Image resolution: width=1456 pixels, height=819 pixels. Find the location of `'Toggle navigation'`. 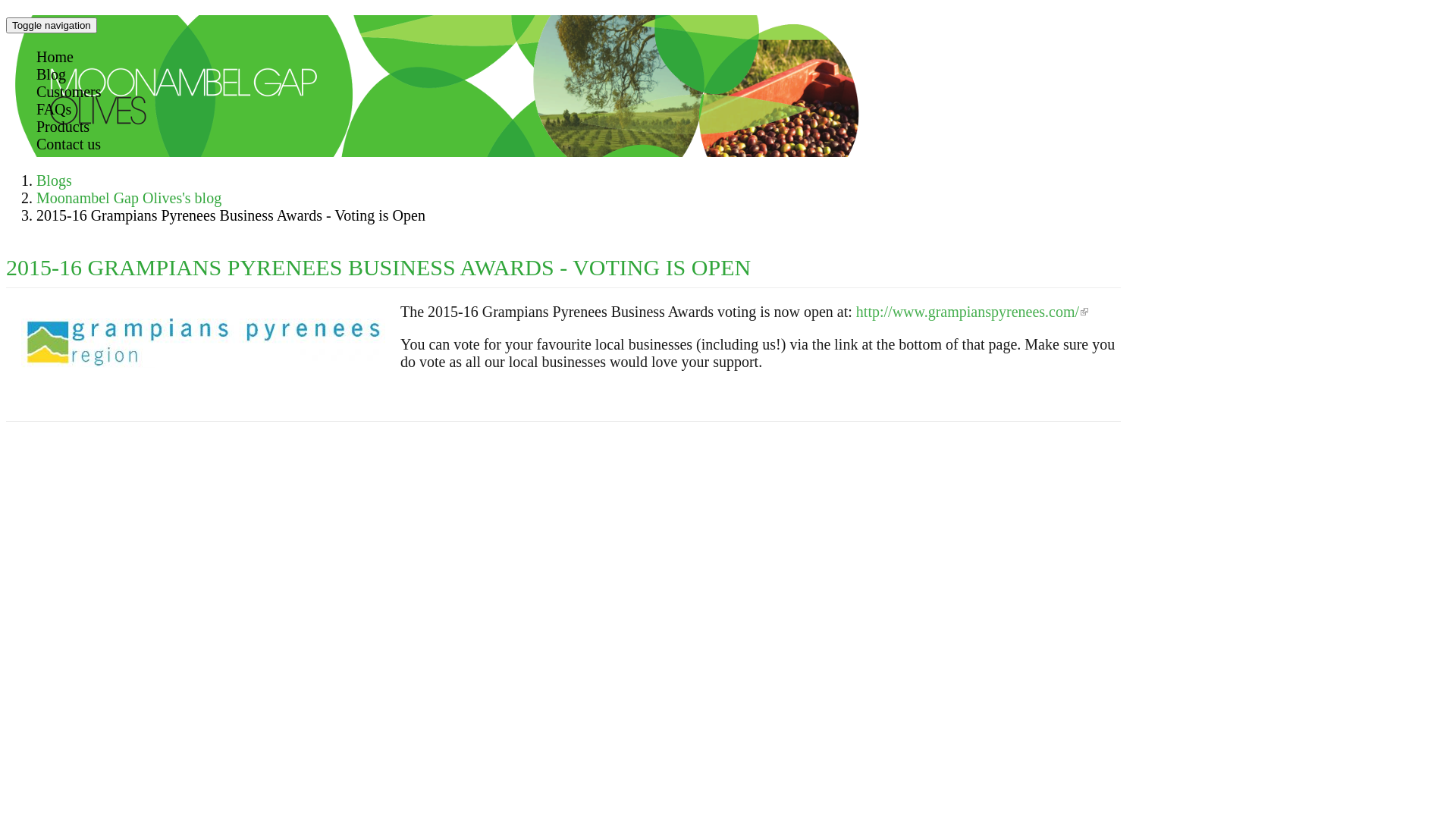

'Toggle navigation' is located at coordinates (6, 25).